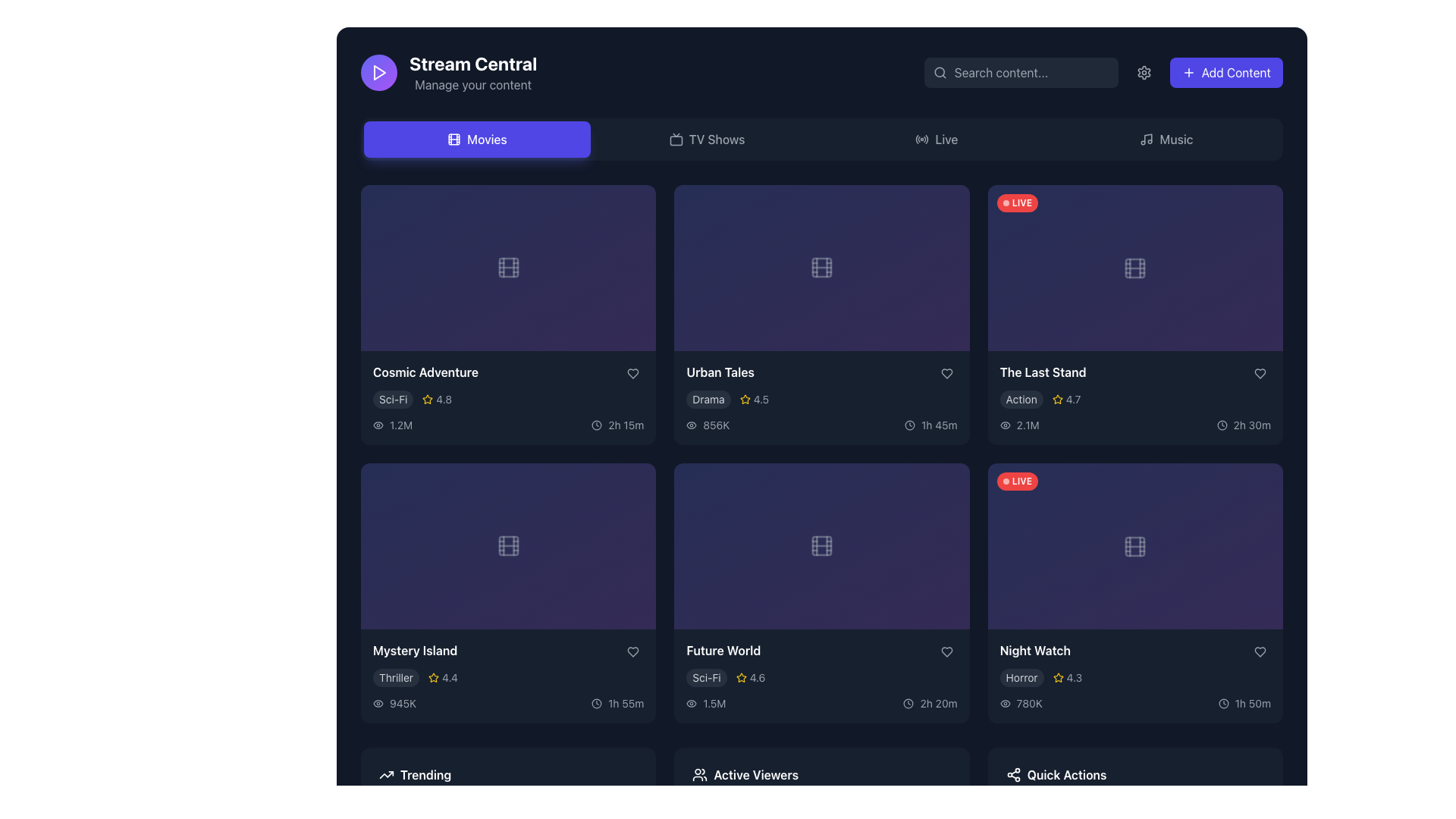 This screenshot has height=819, width=1456. I want to click on the heart-shaped outline icon button in the 'Future World' card to mark the item as favorite, so click(946, 651).